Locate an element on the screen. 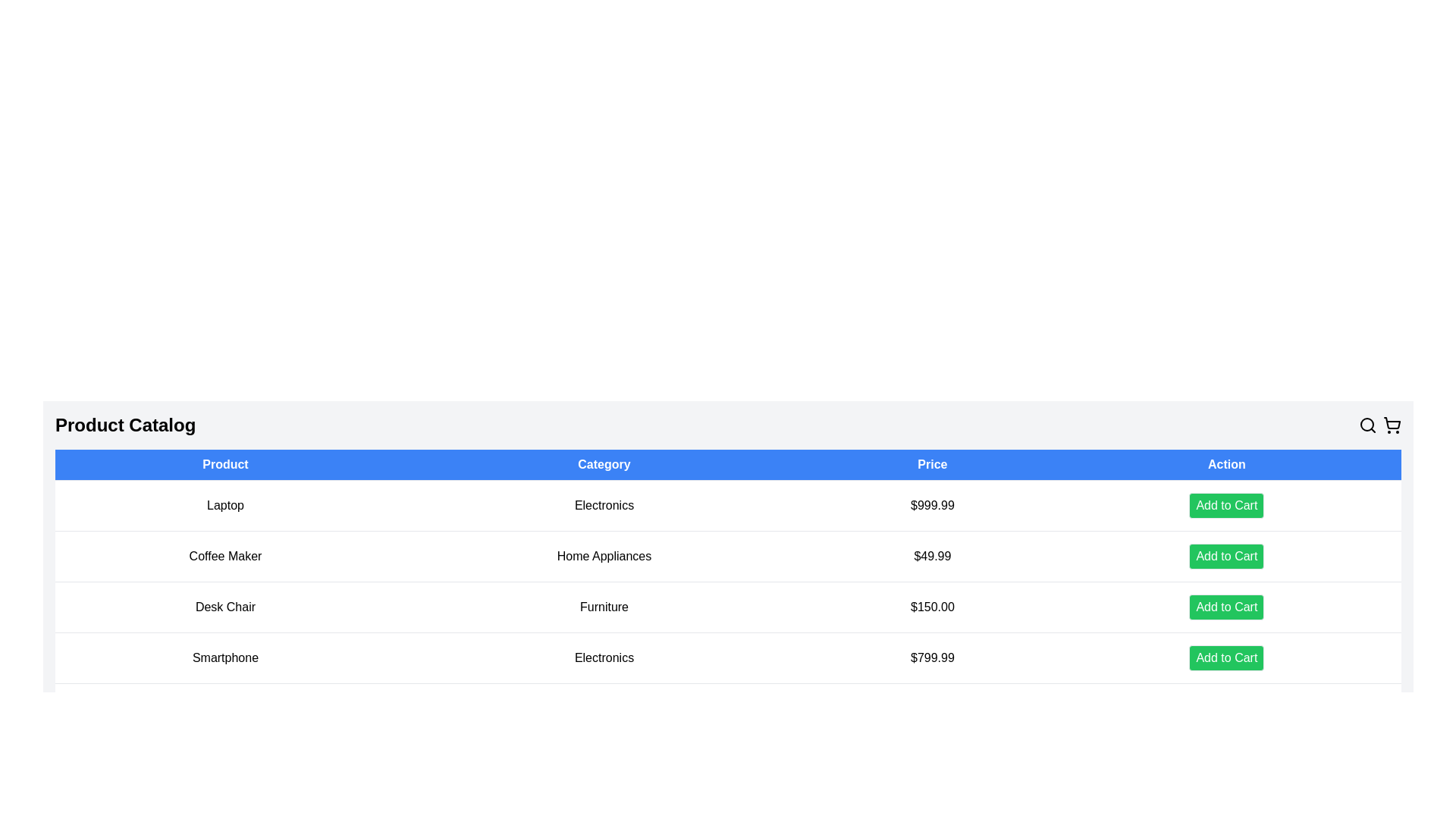 This screenshot has width=1456, height=819. the 'Coffee Maker' label in the product catalog table, which is located in the second row under the 'Product' column is located at coordinates (224, 556).